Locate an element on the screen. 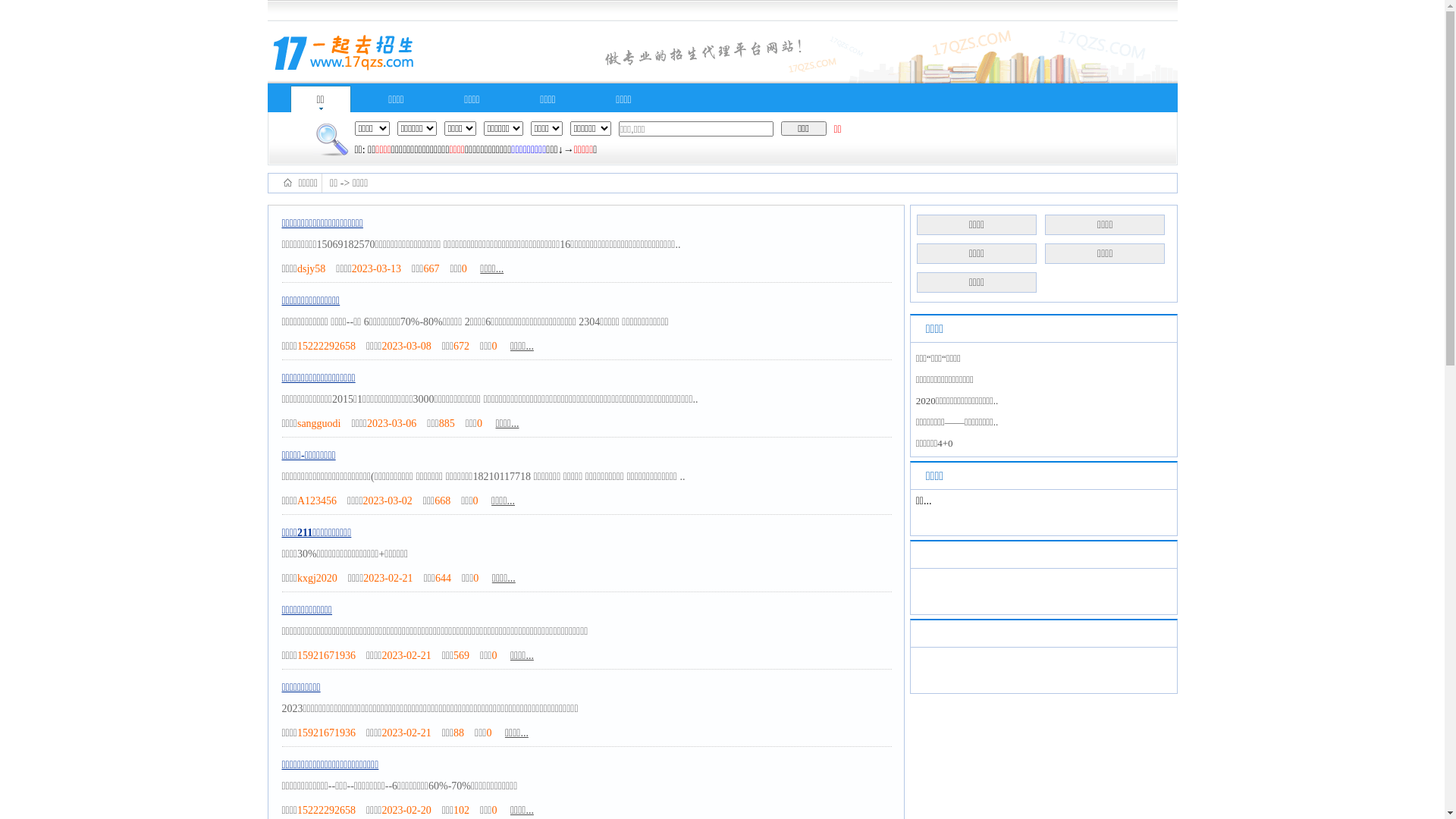 Image resolution: width=1456 pixels, height=819 pixels. '668' is located at coordinates (433, 500).